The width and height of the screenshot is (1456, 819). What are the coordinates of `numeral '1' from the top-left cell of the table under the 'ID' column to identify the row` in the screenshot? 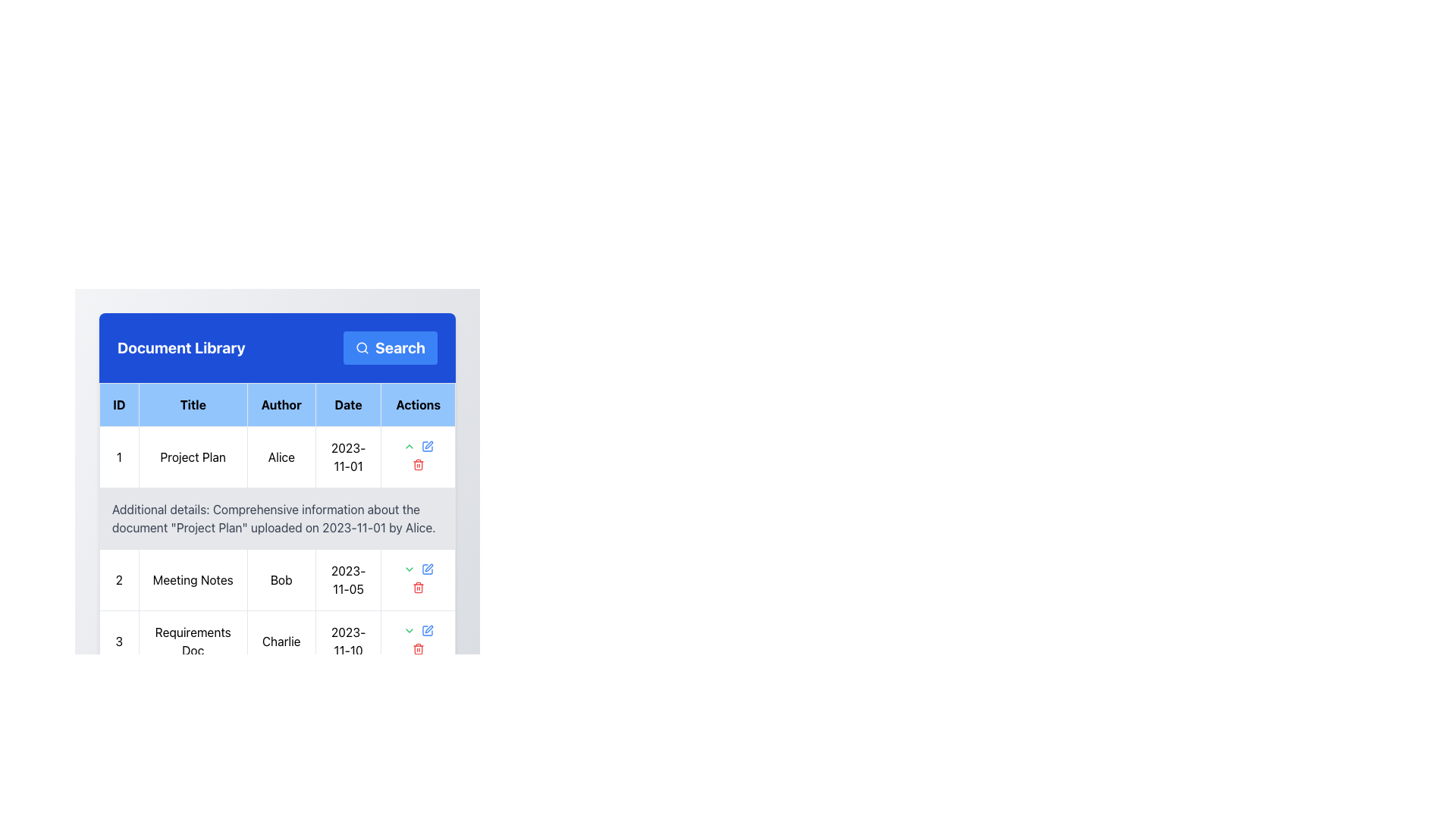 It's located at (118, 456).